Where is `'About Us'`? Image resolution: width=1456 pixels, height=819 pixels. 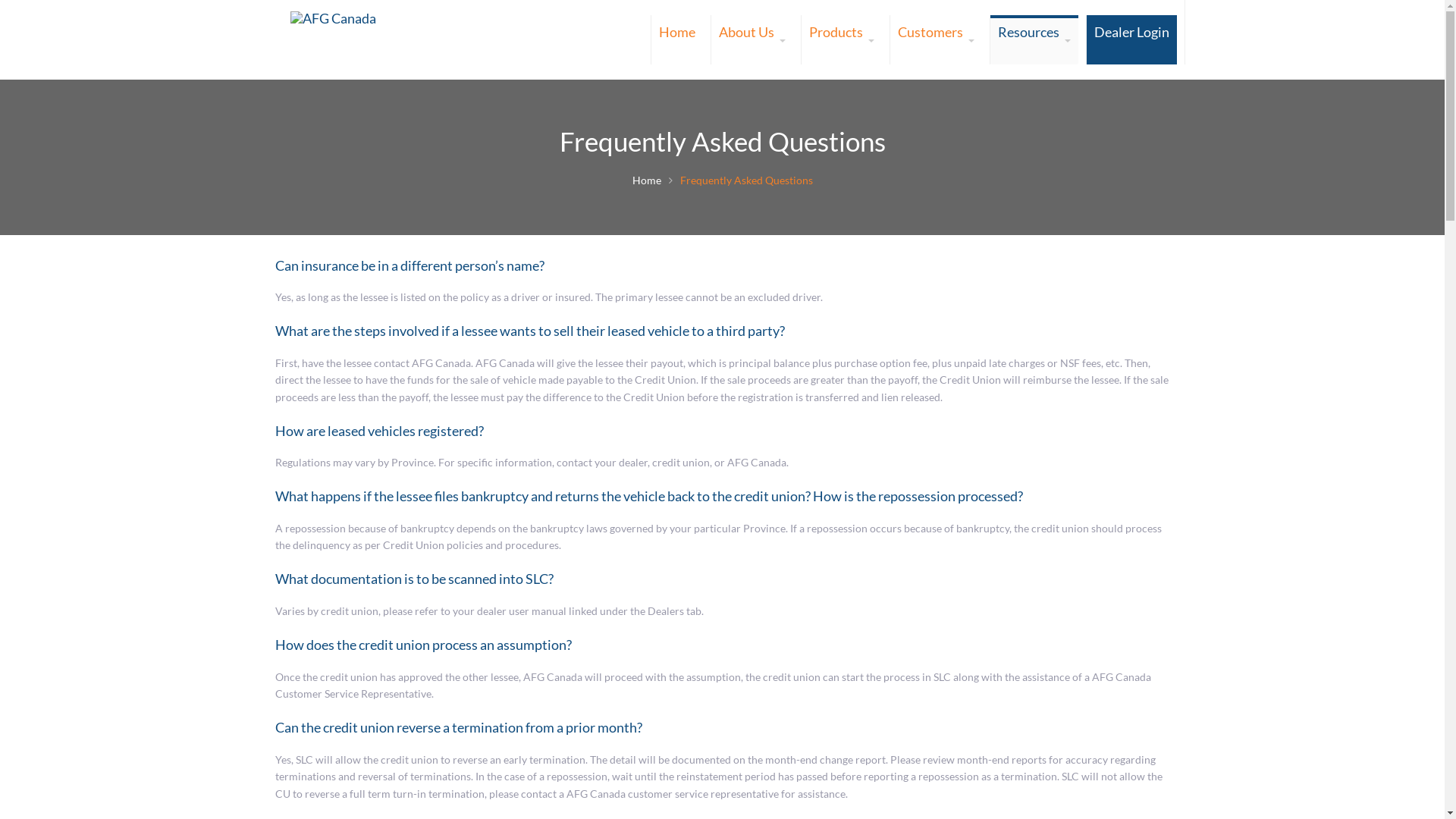
'About Us' is located at coordinates (752, 39).